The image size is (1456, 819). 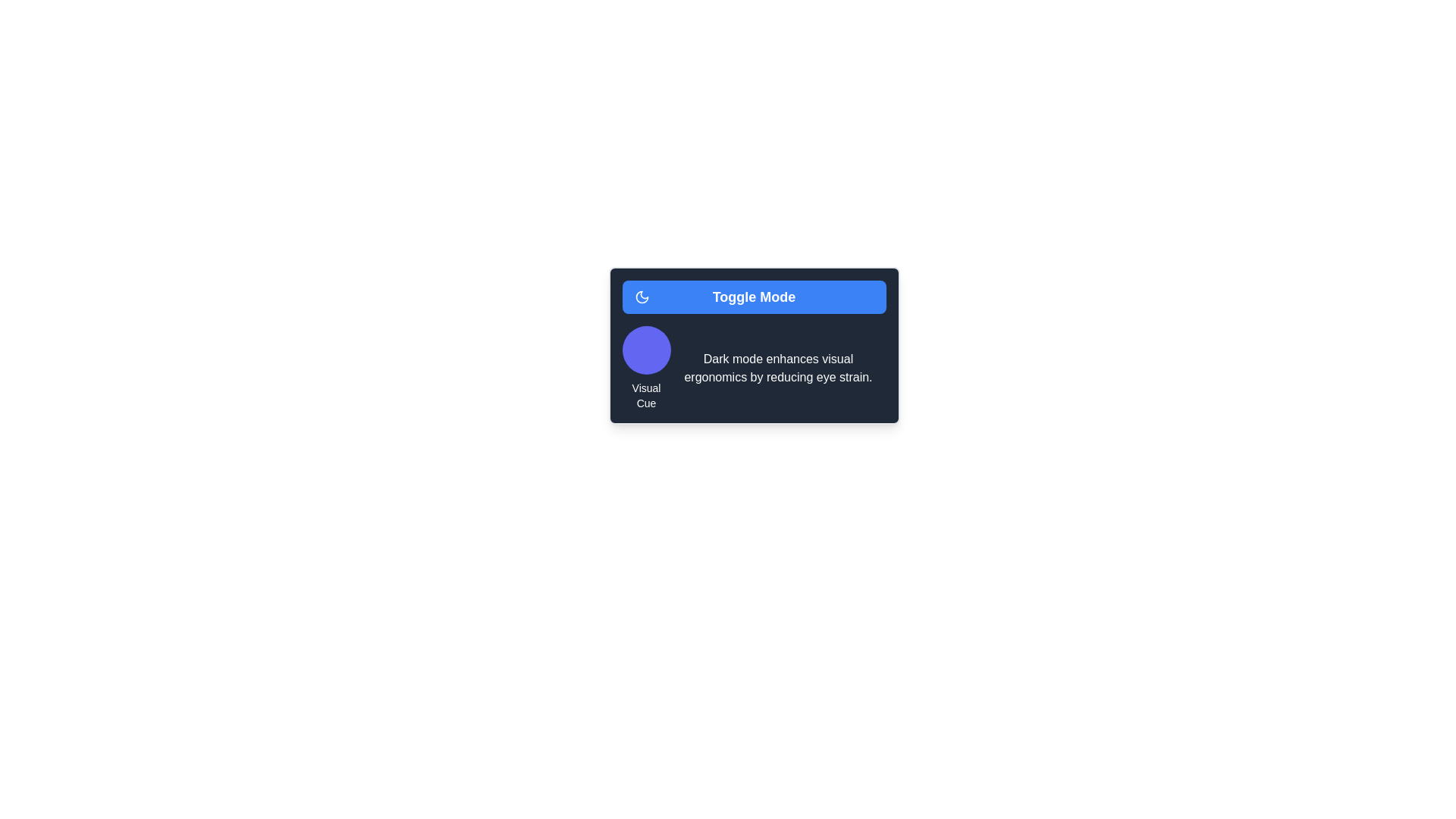 I want to click on text content of the text block displaying the message: 'Dark mode enhances visual ergonomics by reducing eye strain.', so click(x=778, y=369).